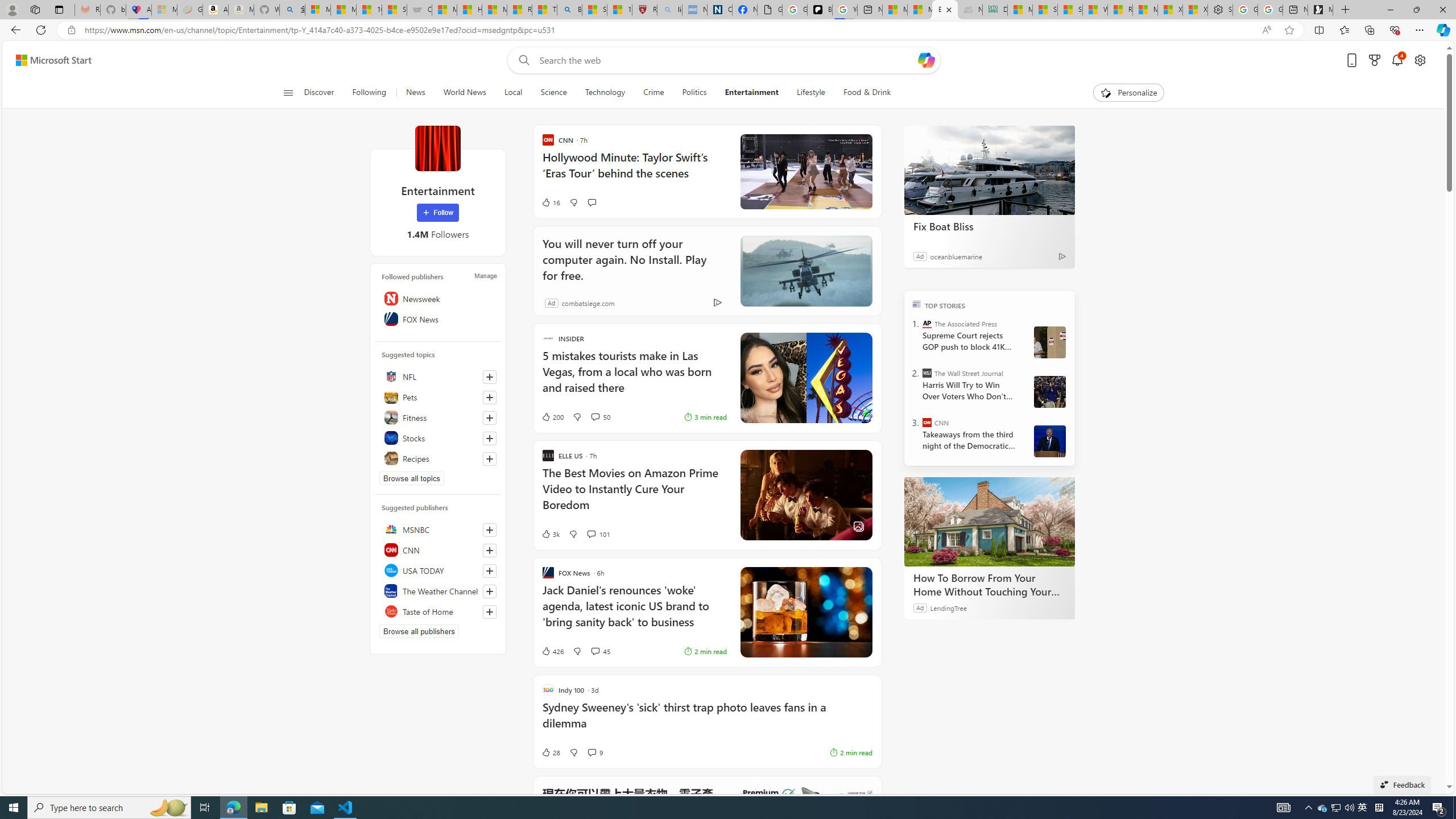 The width and height of the screenshot is (1456, 819). What do you see at coordinates (694, 92) in the screenshot?
I see `'Politics'` at bounding box center [694, 92].